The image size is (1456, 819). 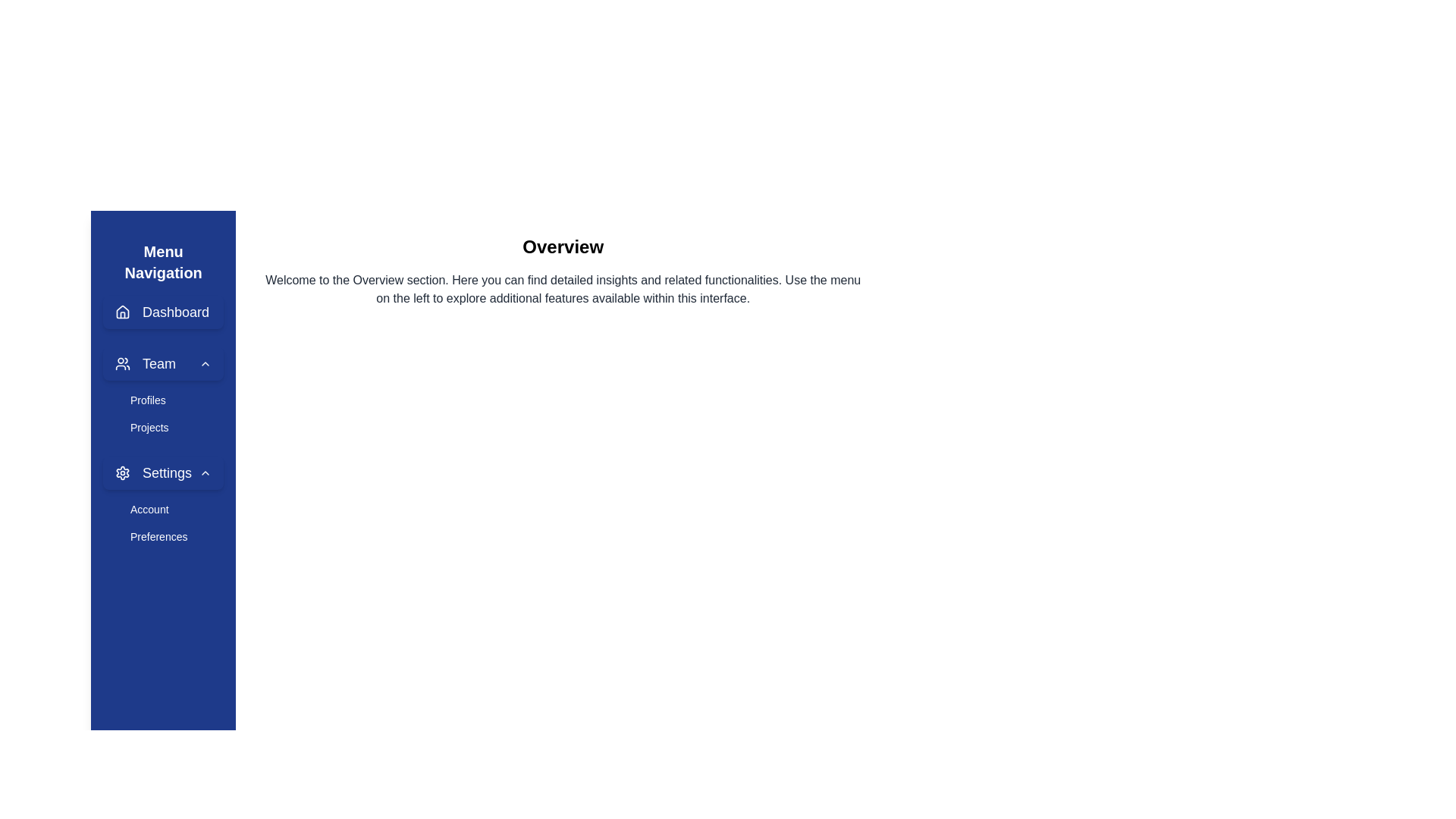 I want to click on the upward-facing triangular chevron icon associated with the 'Settings' menu item in the vertical navigation menu sidebar, so click(x=205, y=472).